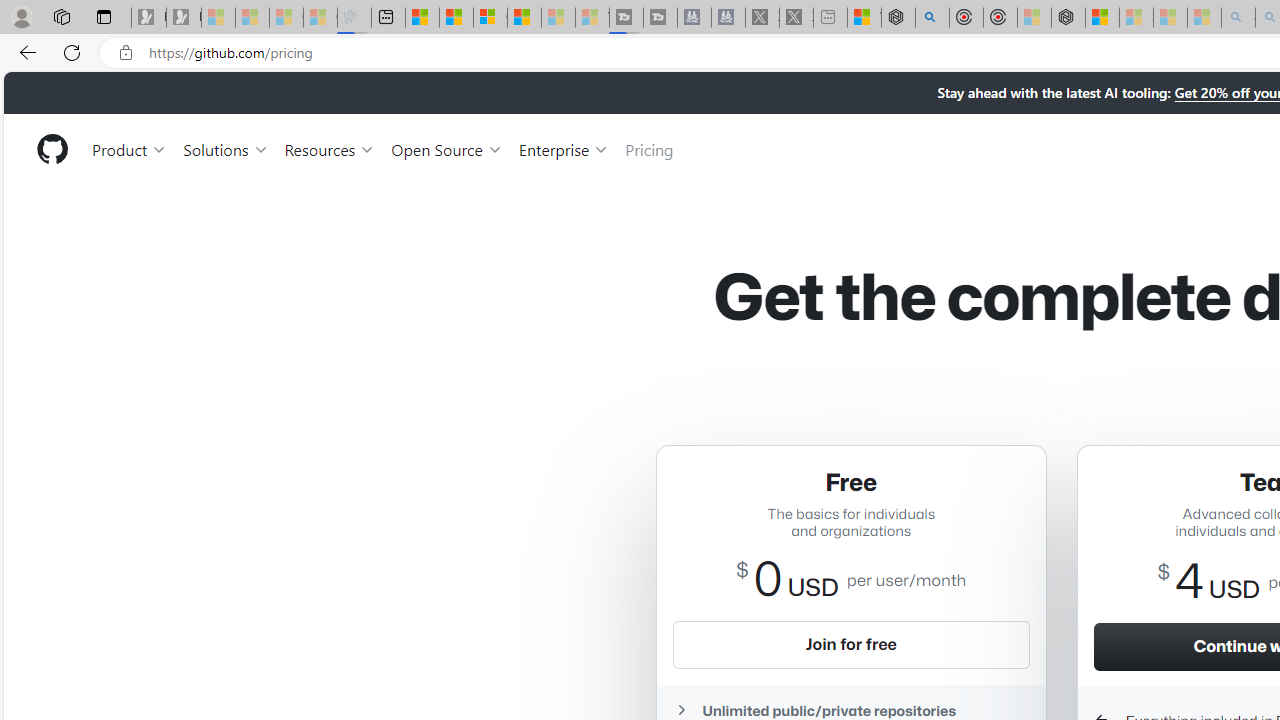 The width and height of the screenshot is (1280, 720). Describe the element at coordinates (851, 644) in the screenshot. I see `'Join for free'` at that location.